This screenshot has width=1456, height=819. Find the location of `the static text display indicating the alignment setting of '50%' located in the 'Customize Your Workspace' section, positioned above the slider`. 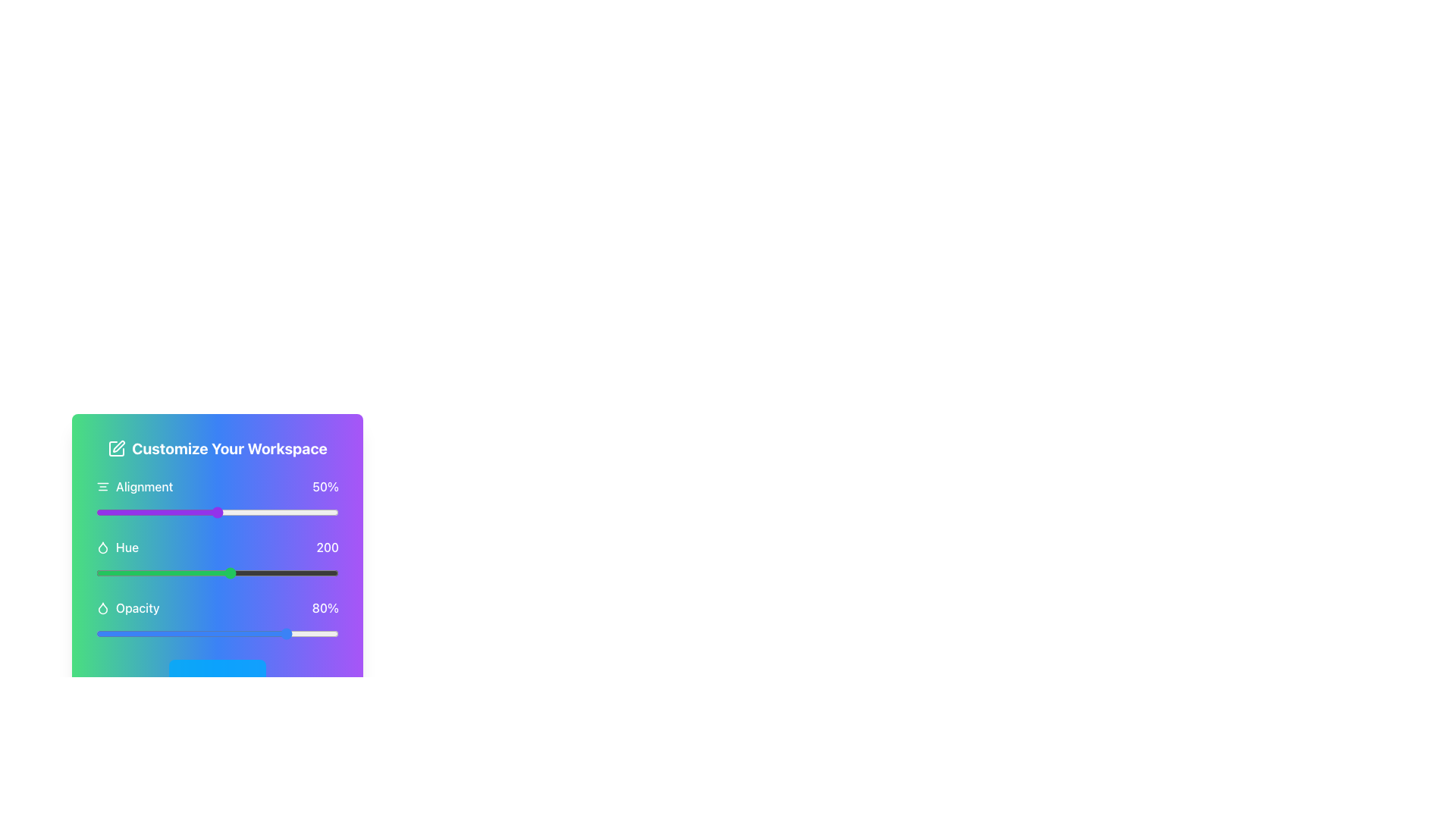

the static text display indicating the alignment setting of '50%' located in the 'Customize Your Workspace' section, positioned above the slider is located at coordinates (217, 486).